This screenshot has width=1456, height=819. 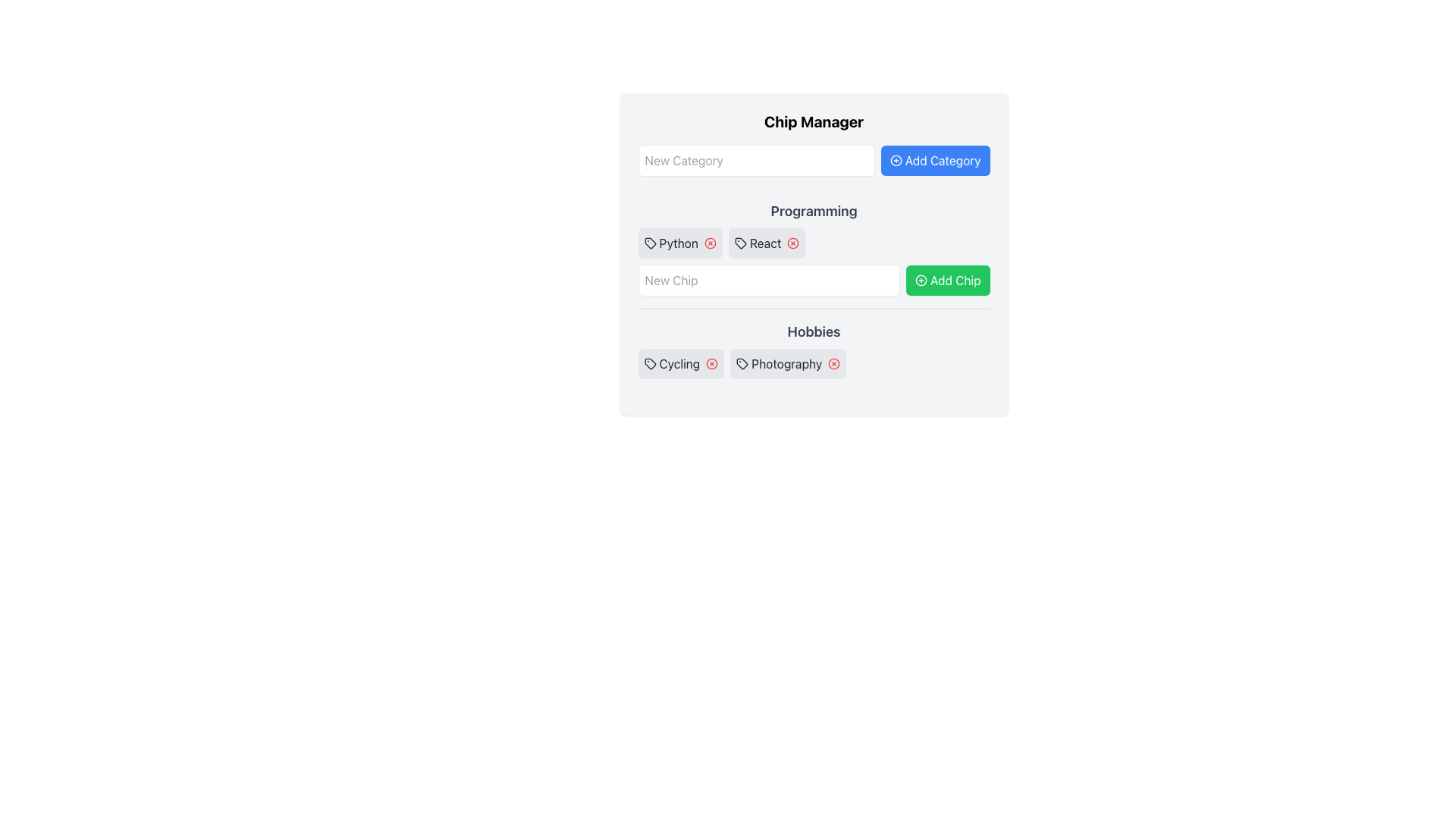 I want to click on the cross icon on the 'Cycling' tag, so click(x=679, y=363).